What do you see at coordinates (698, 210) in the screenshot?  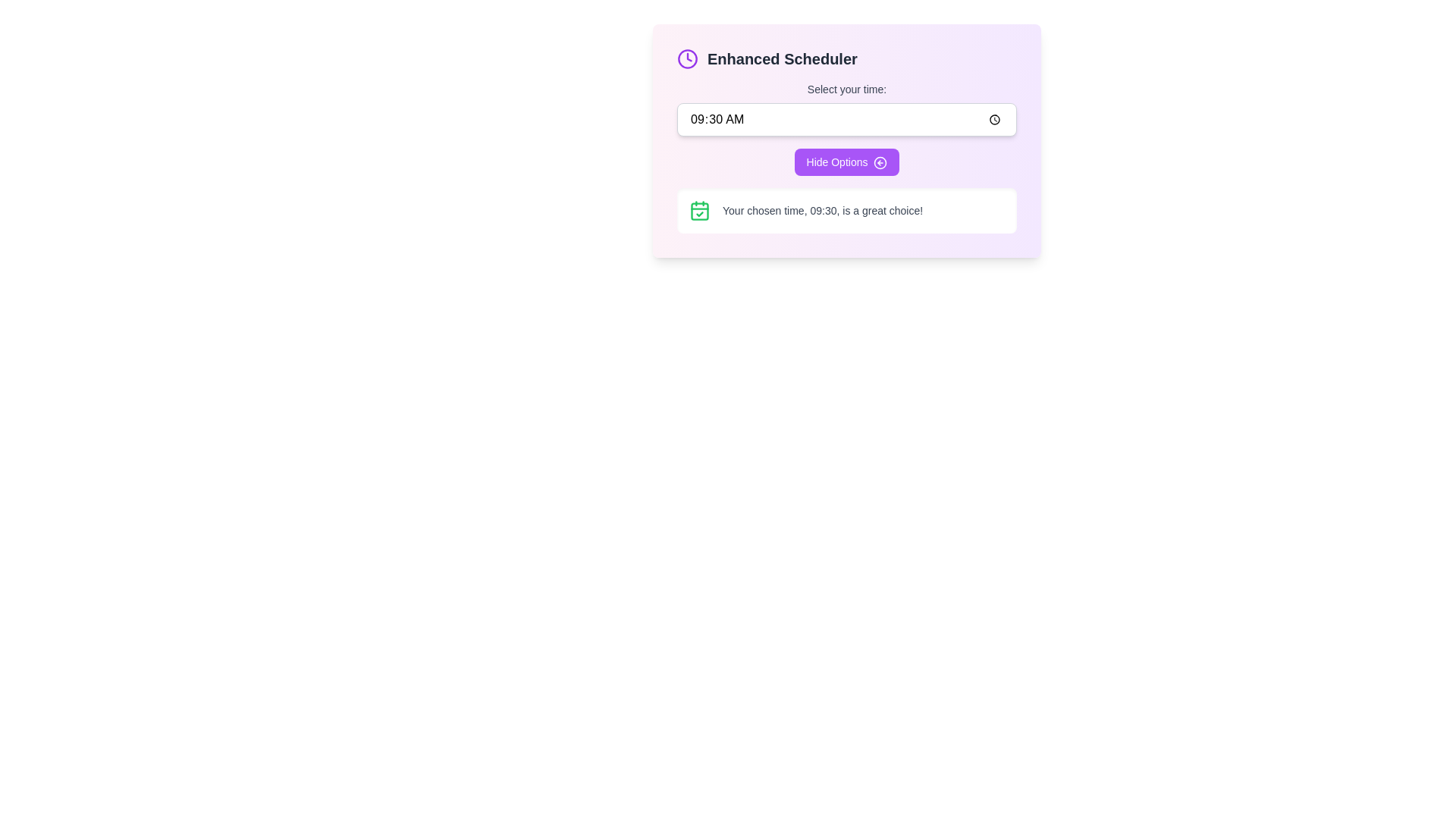 I see `the icon that indicates the validity of the selected time, positioned to the far left of the notification area containing the text 'Your chosen time, 09:30, is a great choice!'` at bounding box center [698, 210].